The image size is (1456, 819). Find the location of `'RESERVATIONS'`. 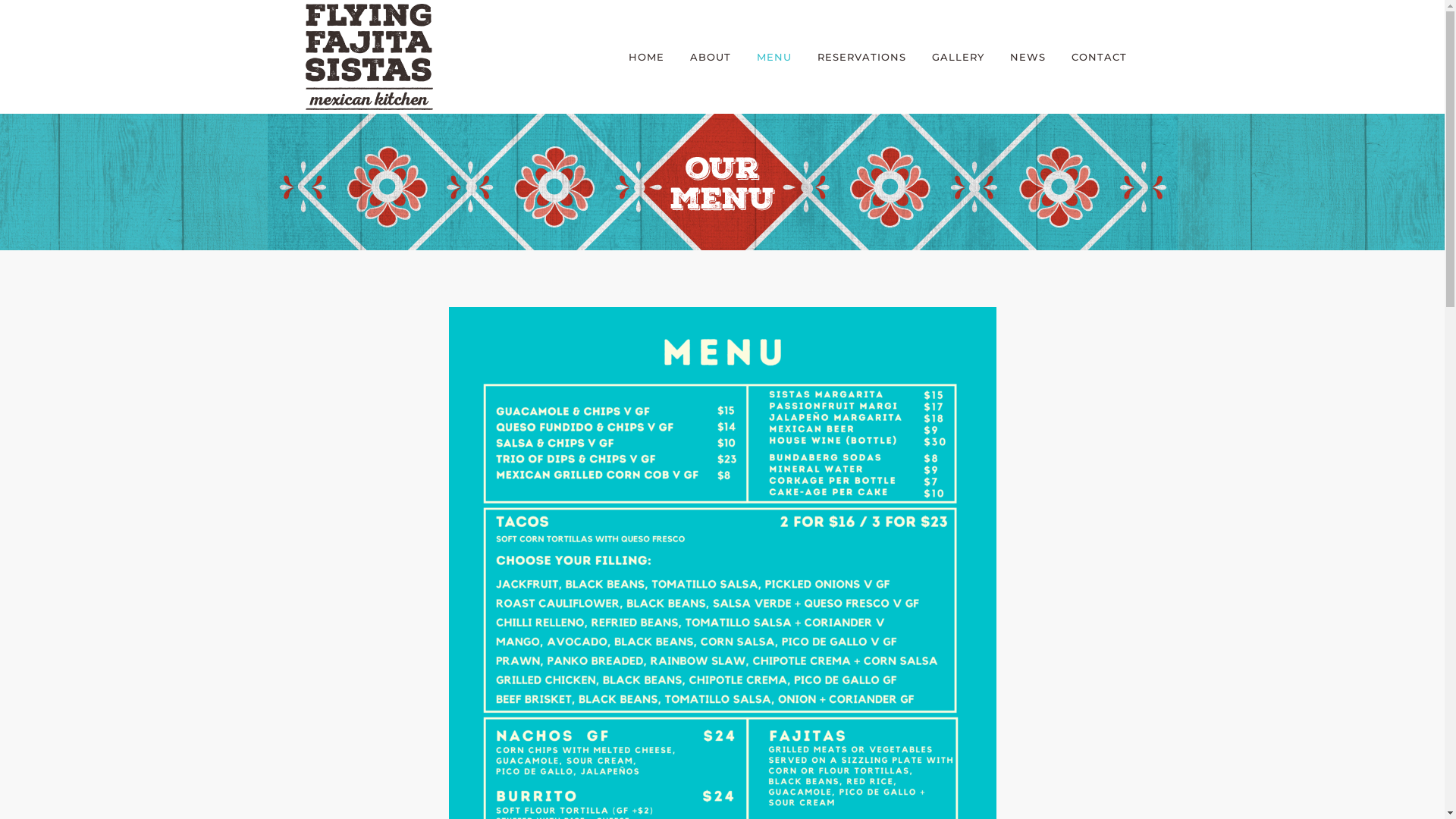

'RESERVATIONS' is located at coordinates (861, 55).